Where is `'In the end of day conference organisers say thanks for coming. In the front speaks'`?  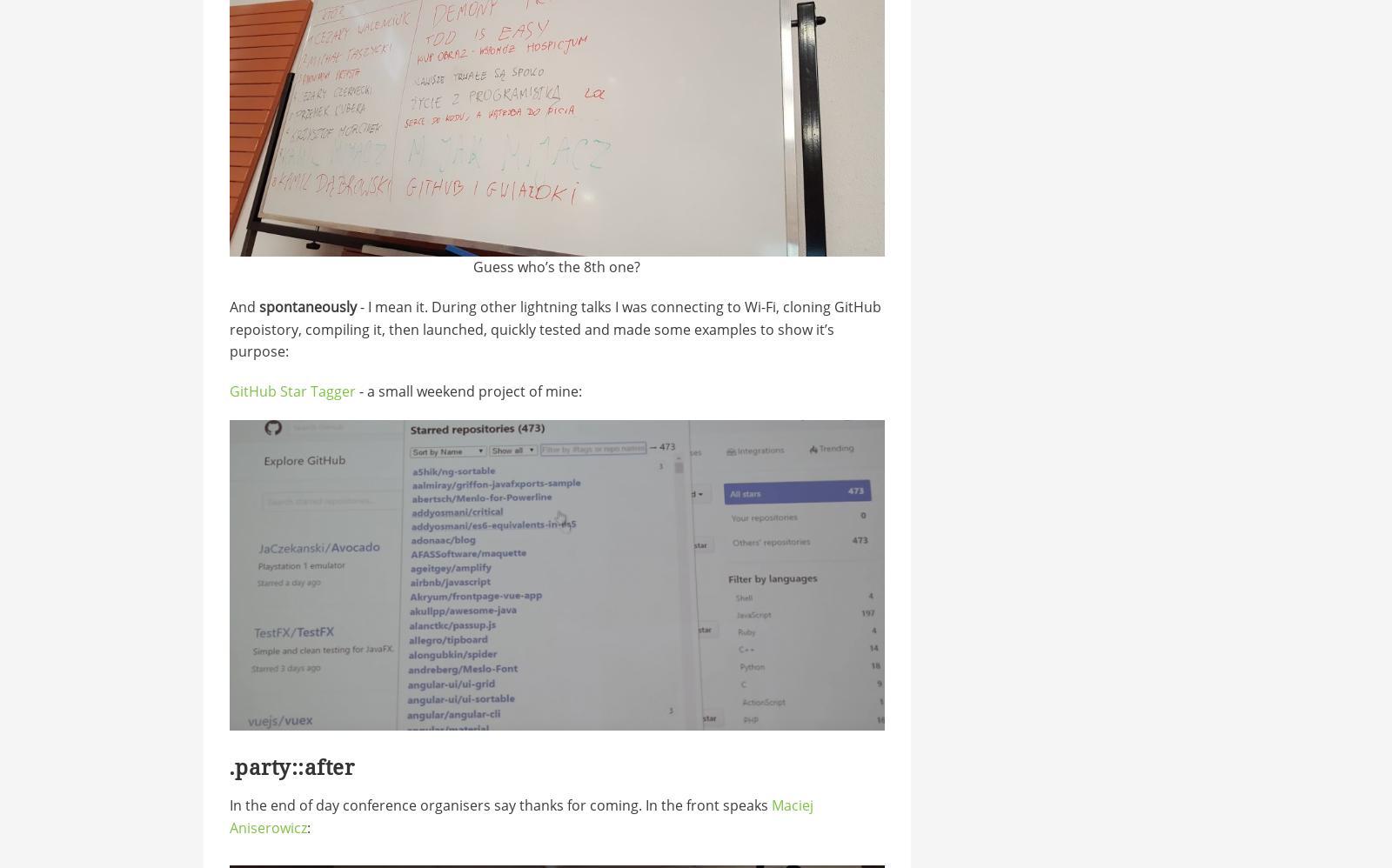 'In the end of day conference organisers say thanks for coming. In the front speaks' is located at coordinates (499, 805).